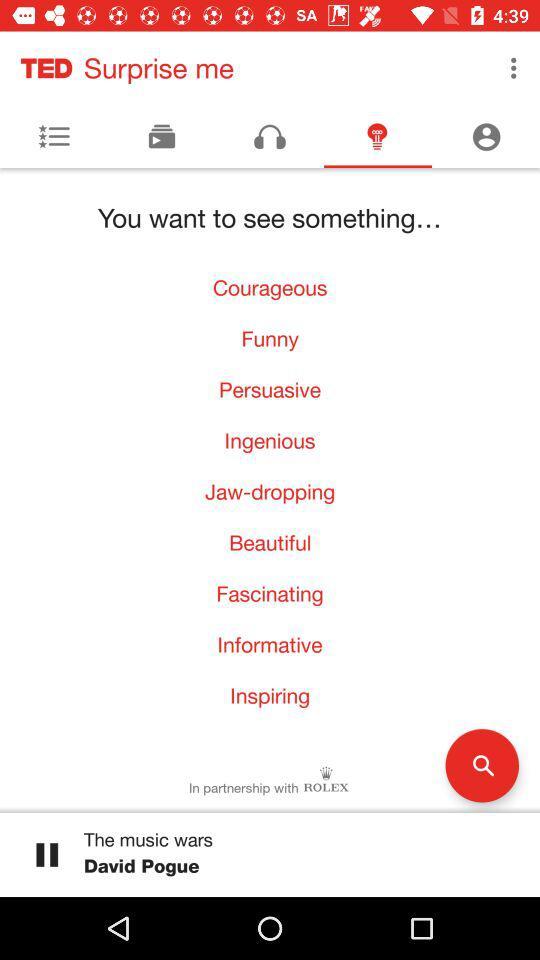 Image resolution: width=540 pixels, height=960 pixels. What do you see at coordinates (270, 388) in the screenshot?
I see `the persuasive item` at bounding box center [270, 388].